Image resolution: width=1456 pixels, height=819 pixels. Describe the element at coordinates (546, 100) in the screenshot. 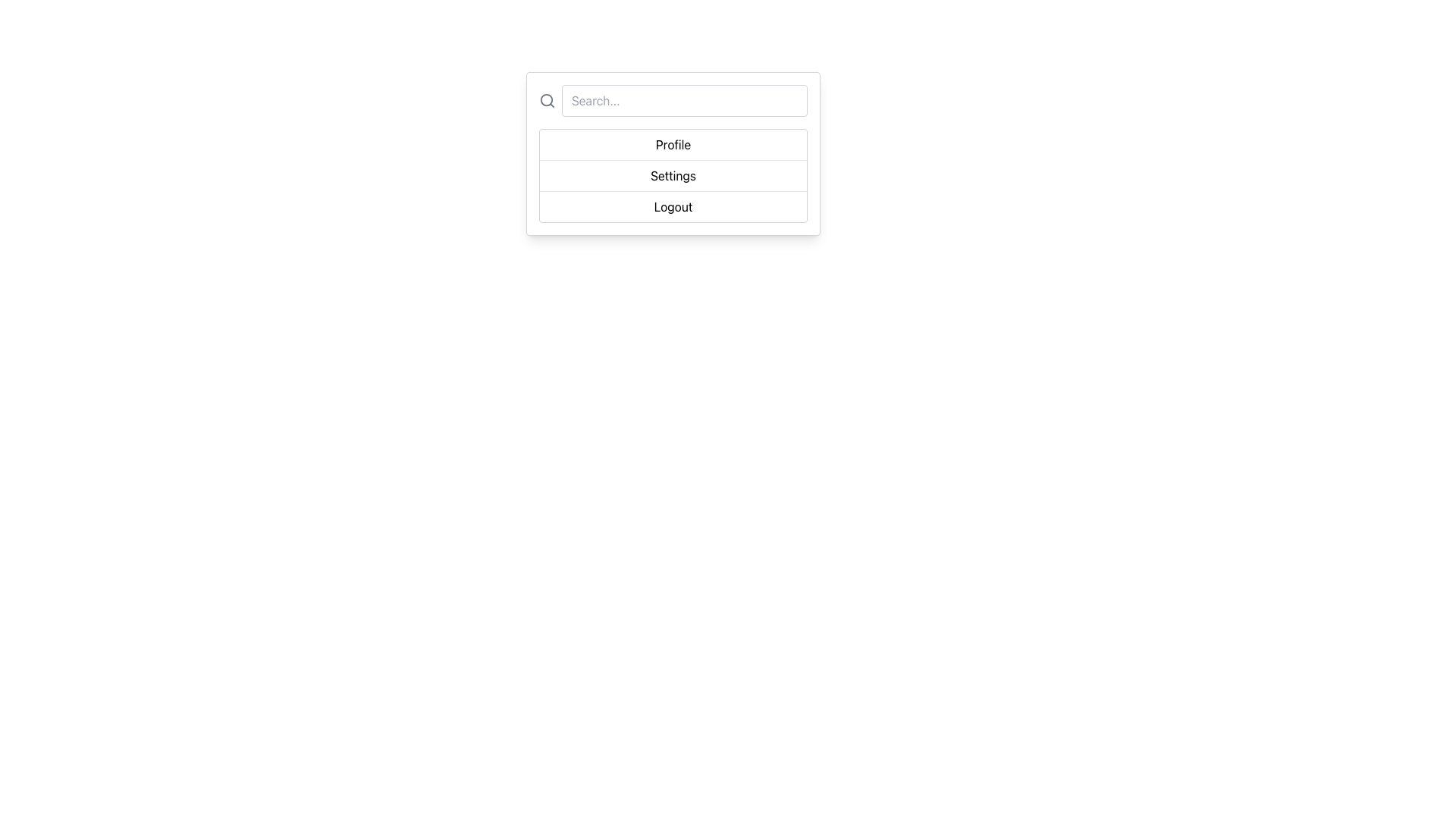

I see `the small circular shape that is part of the magnifying glass icon used for search functionality, located to the left of the search input box` at that location.